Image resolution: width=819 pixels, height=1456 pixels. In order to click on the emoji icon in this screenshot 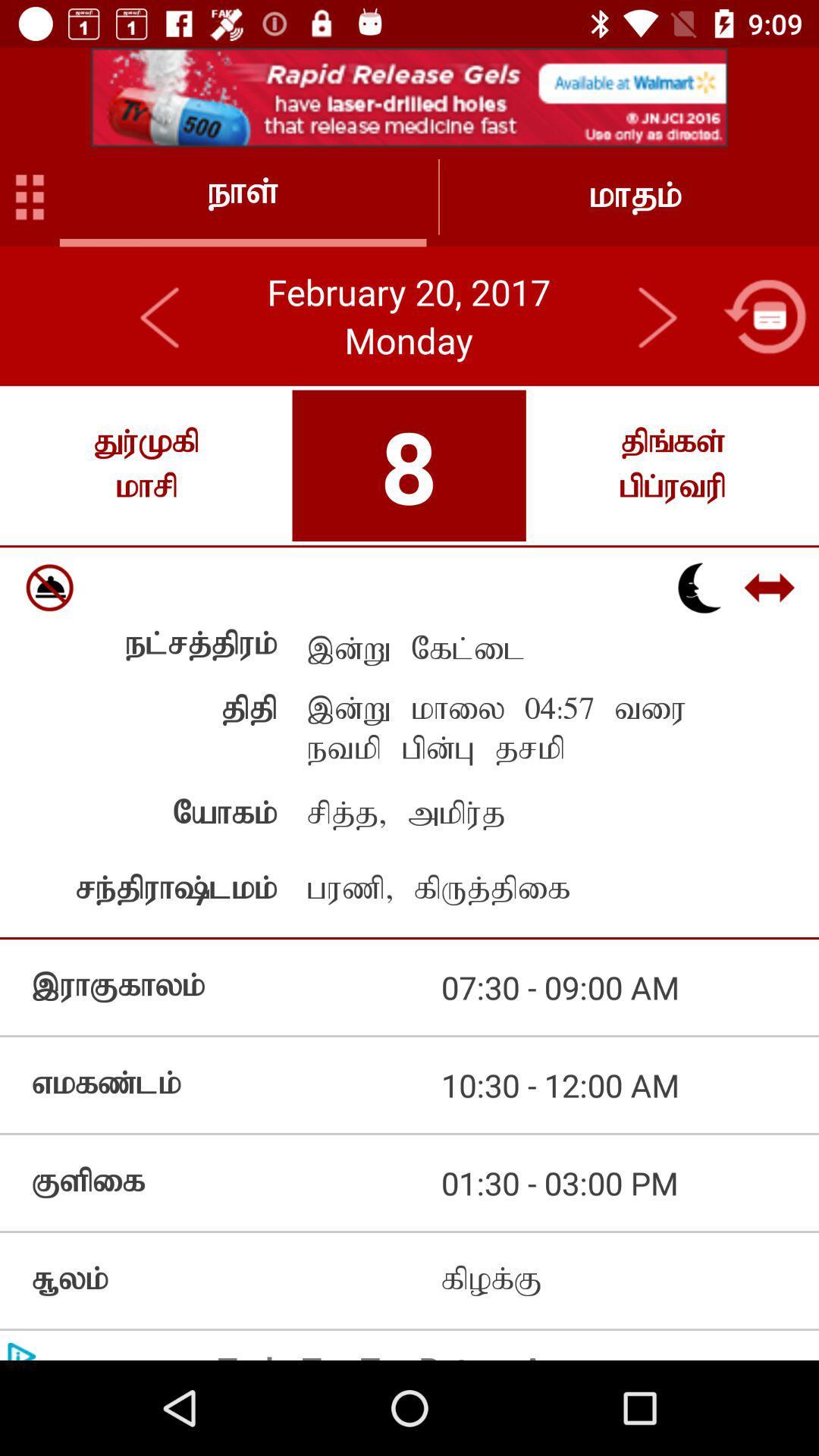, I will do `click(49, 587)`.